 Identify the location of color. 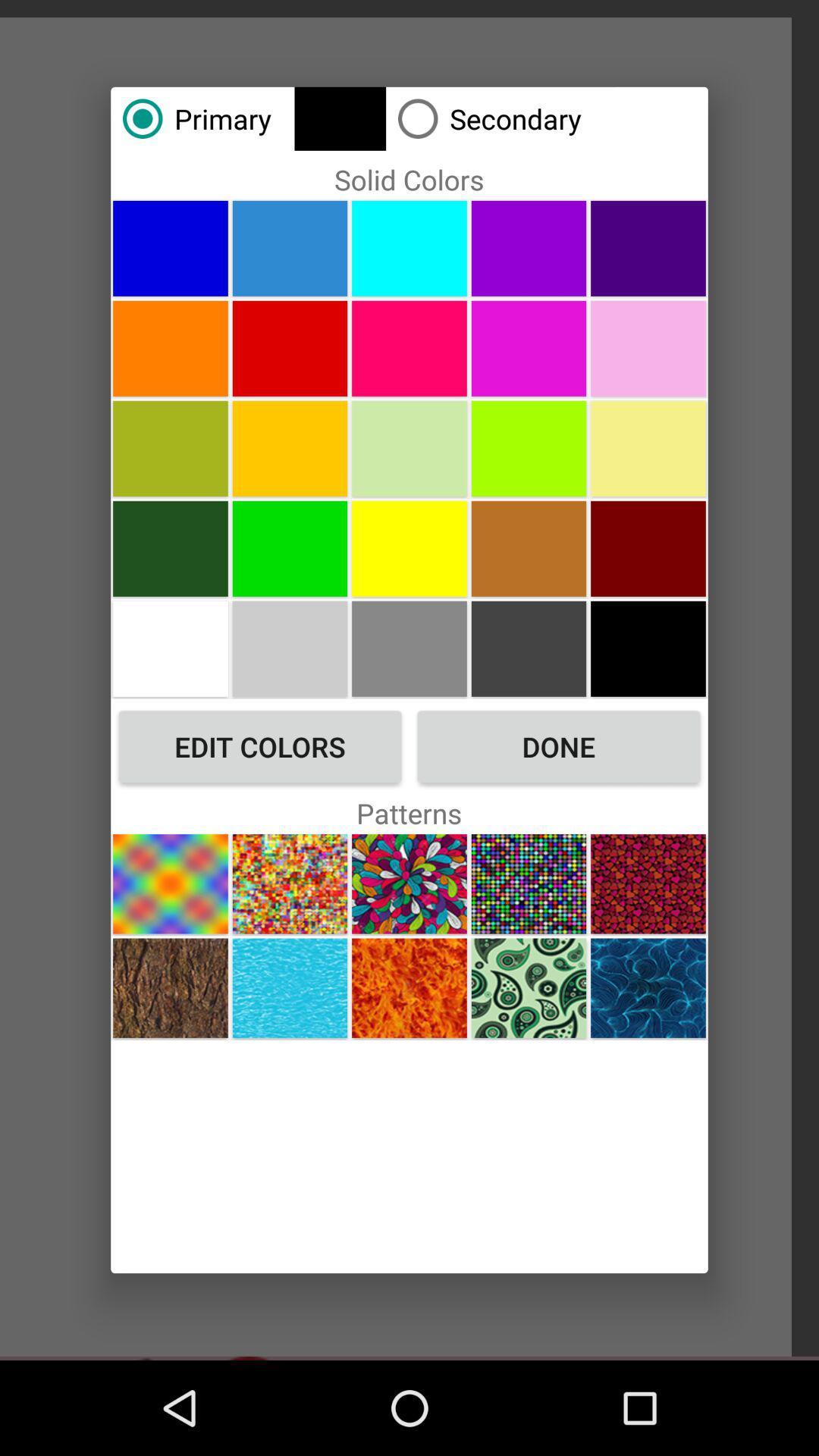
(170, 548).